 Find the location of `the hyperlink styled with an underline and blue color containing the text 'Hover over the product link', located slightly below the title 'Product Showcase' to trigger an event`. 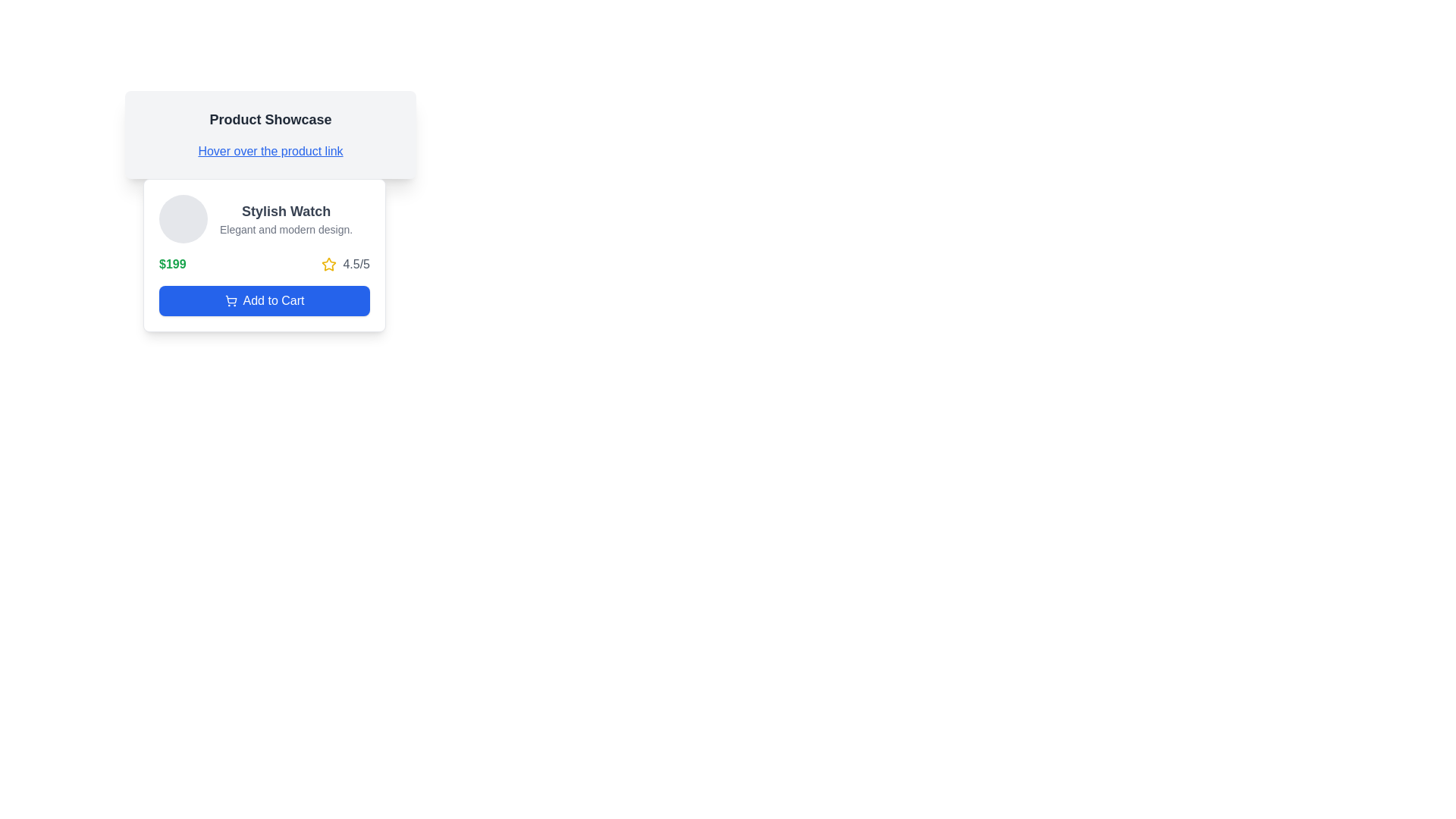

the hyperlink styled with an underline and blue color containing the text 'Hover over the product link', located slightly below the title 'Product Showcase' to trigger an event is located at coordinates (270, 152).